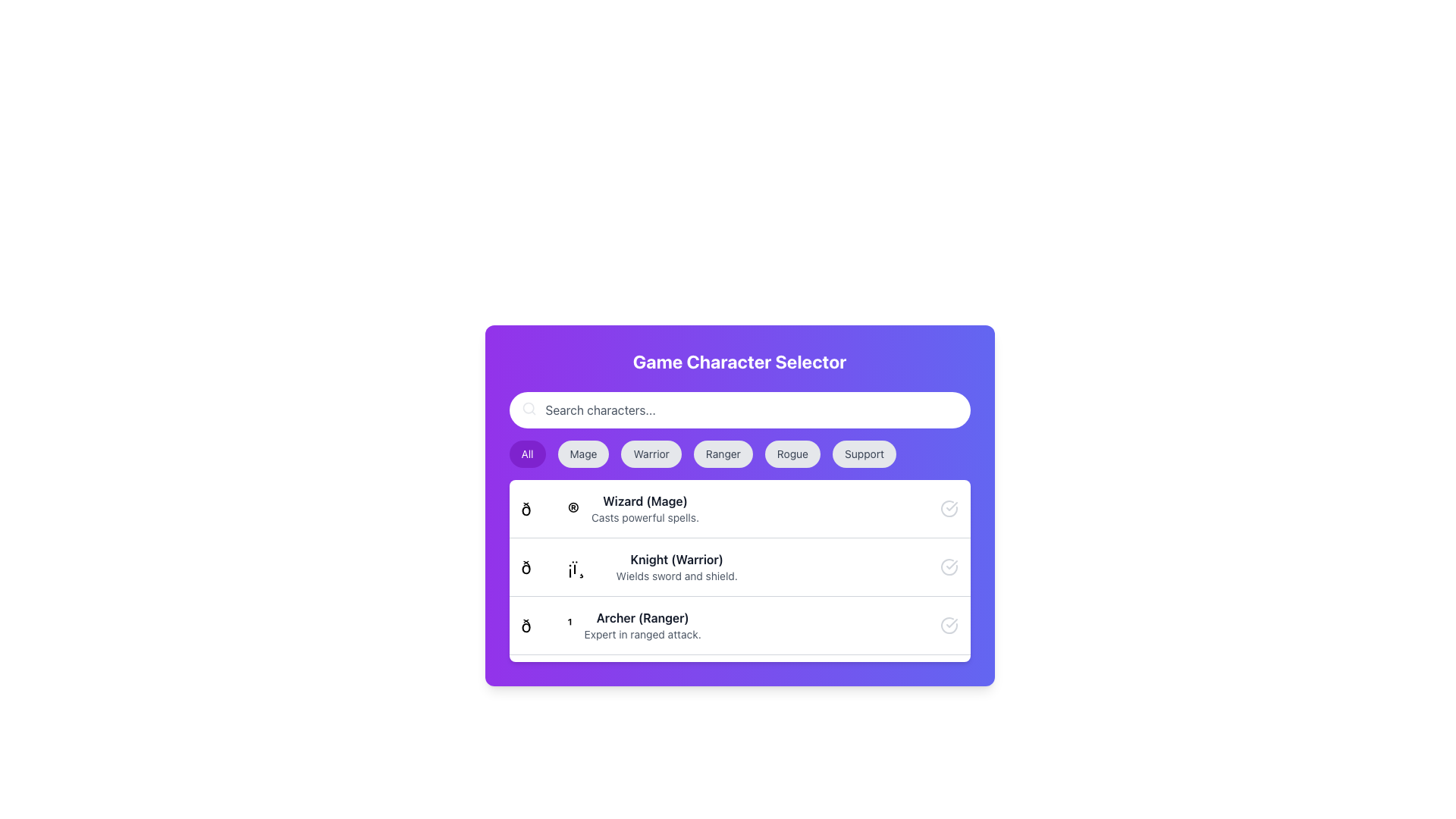  Describe the element at coordinates (739, 509) in the screenshot. I see `the first row of the character class list` at that location.